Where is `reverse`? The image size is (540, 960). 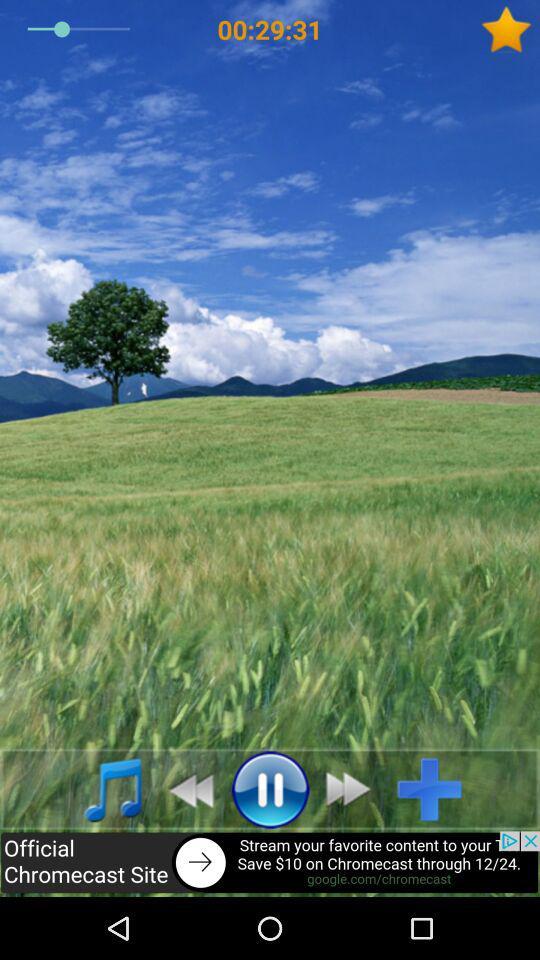 reverse is located at coordinates (185, 789).